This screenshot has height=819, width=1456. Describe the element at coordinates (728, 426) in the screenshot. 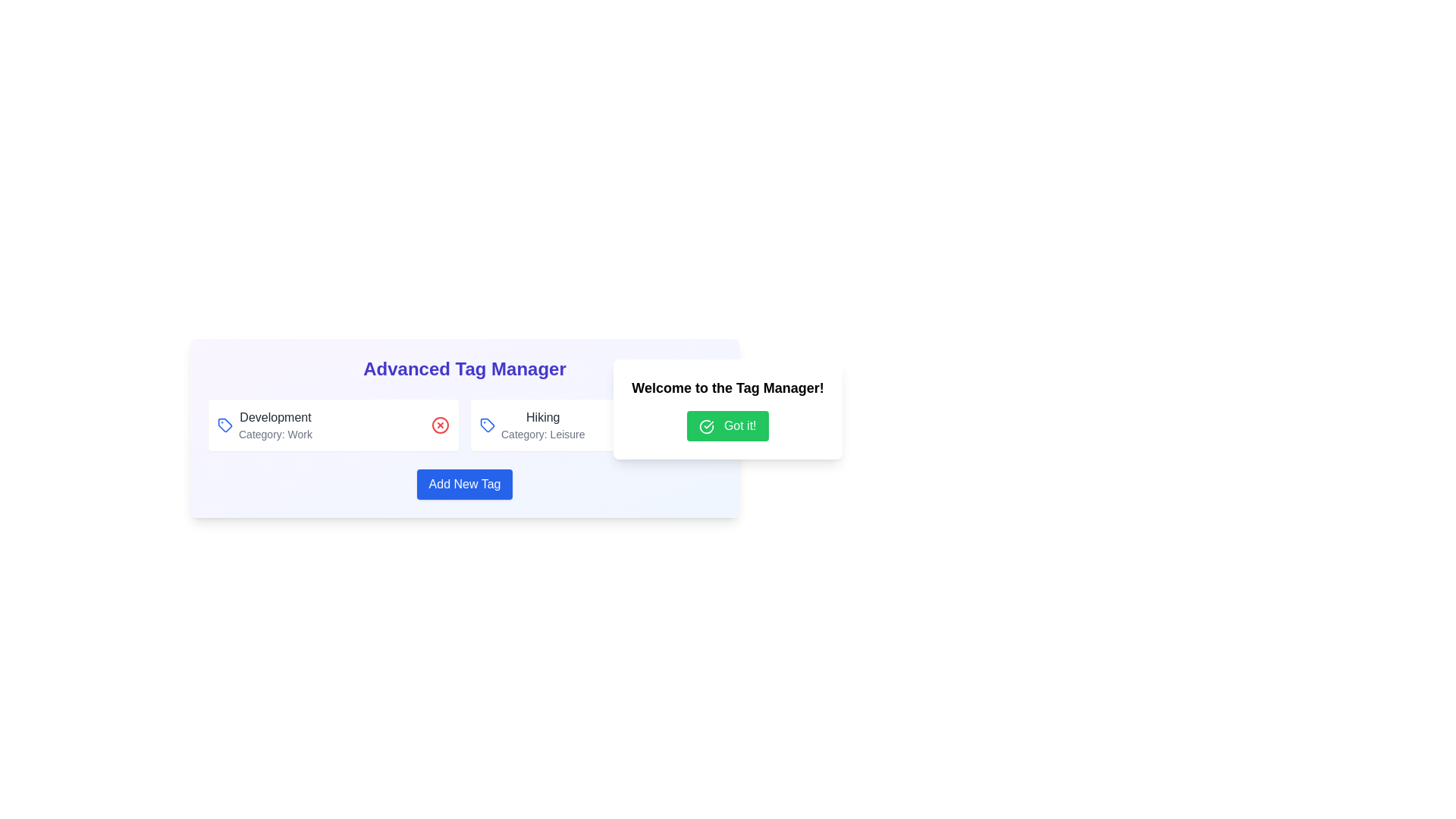

I see `the green button labeled 'Got it!' with a checkmark icon to confirm in the pop-up dialog 'Welcome to the Tag Manager!'` at that location.